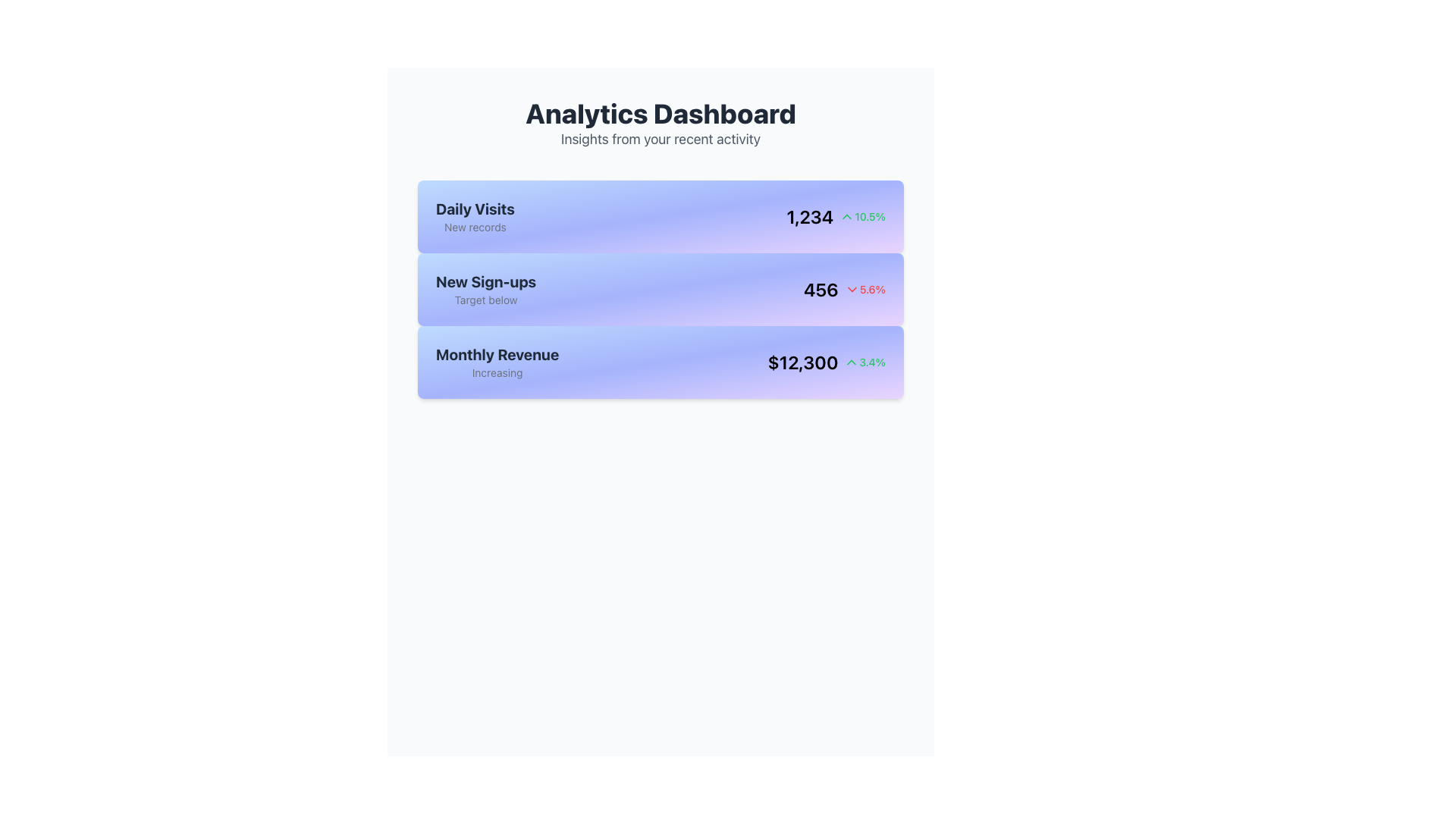 The image size is (1456, 819). What do you see at coordinates (852, 362) in the screenshot?
I see `the positive indicator icon located to the left of the '3.4%' text within the 'Monthly Revenue' card` at bounding box center [852, 362].